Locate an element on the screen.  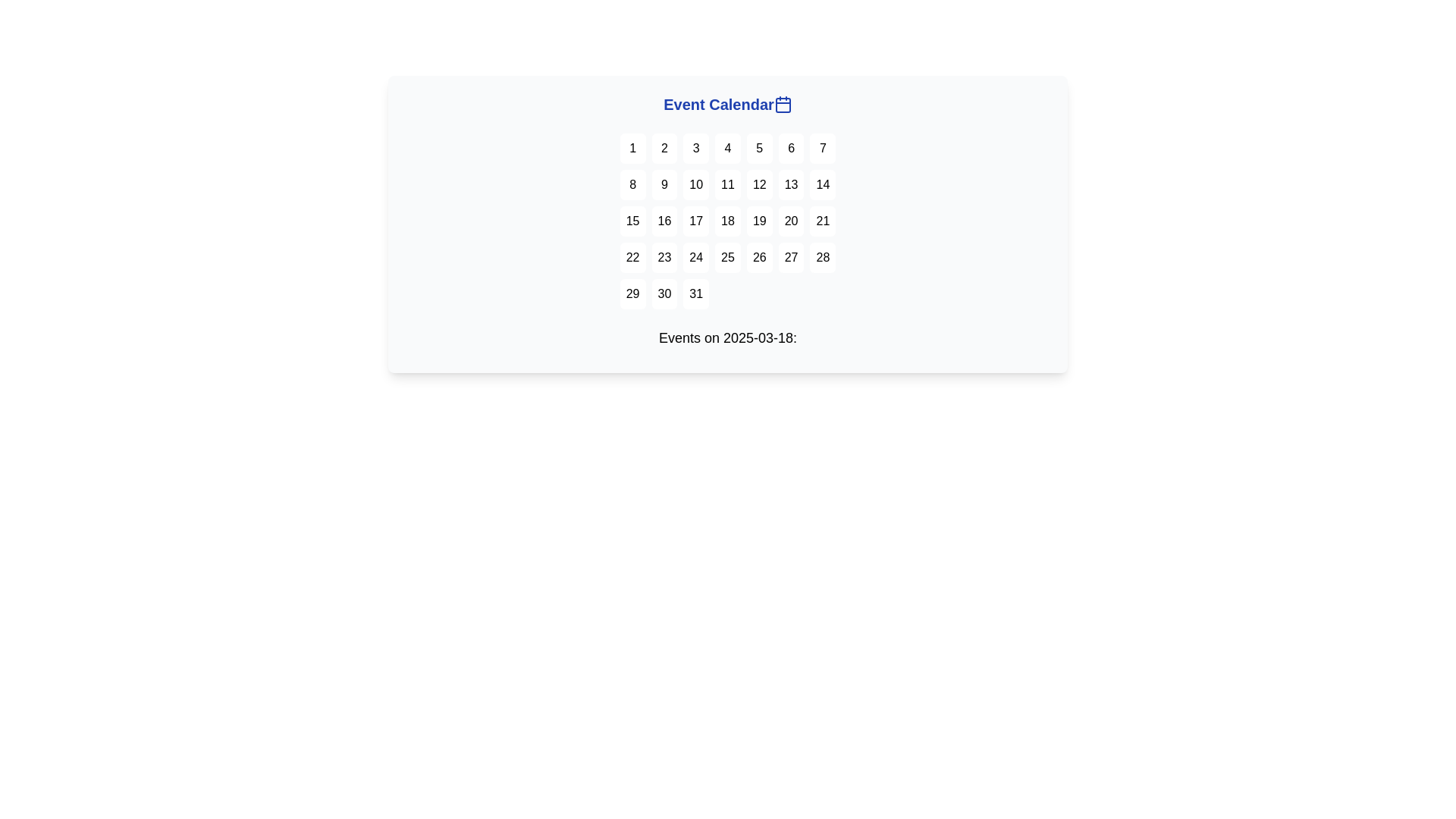
the square button with rounded corners displaying the number '1' is located at coordinates (632, 149).